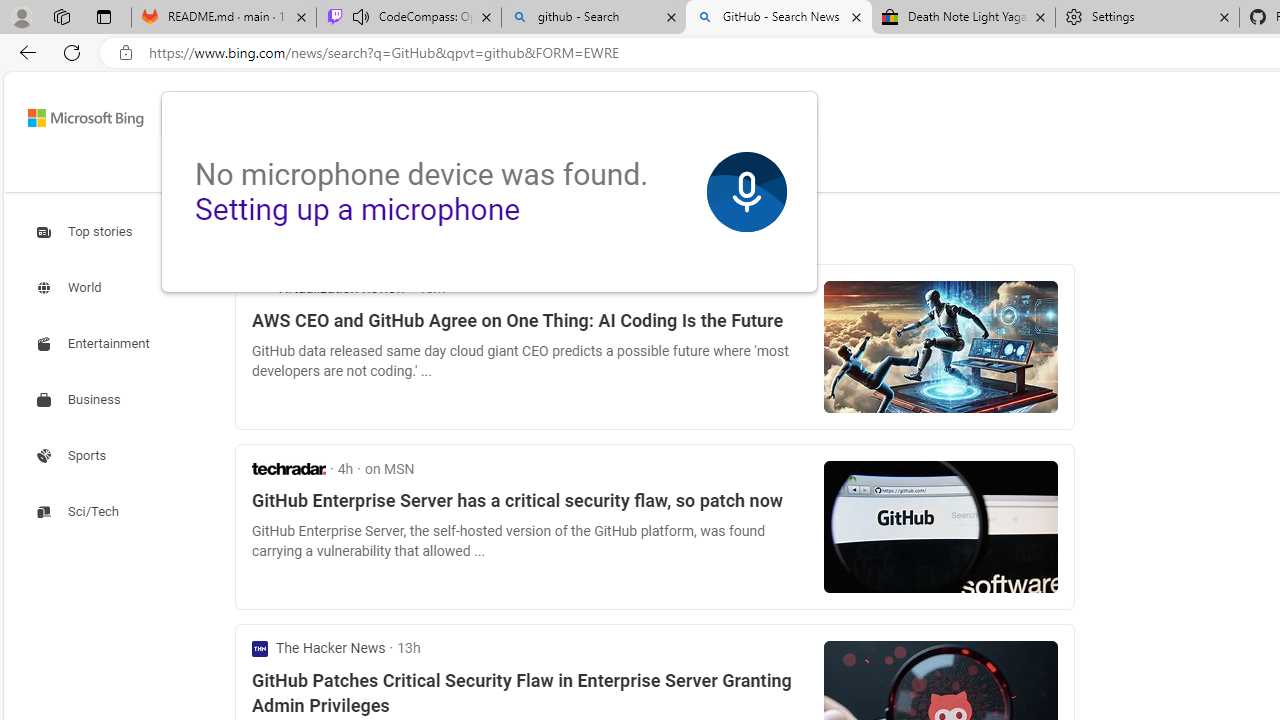  What do you see at coordinates (397, 231) in the screenshot?
I see `'Best match'` at bounding box center [397, 231].